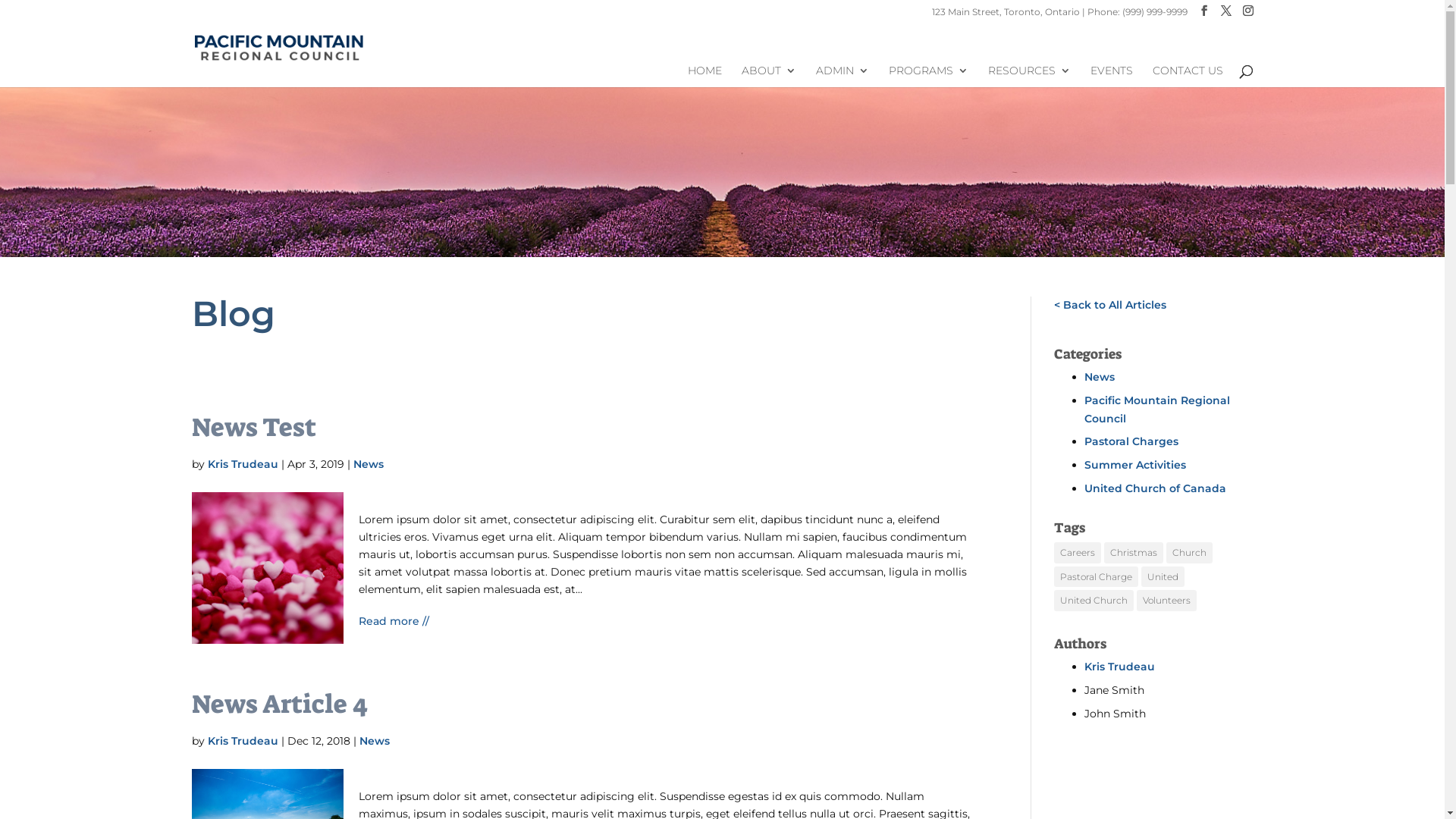 The height and width of the screenshot is (819, 1456). Describe the element at coordinates (393, 620) in the screenshot. I see `'Read more //'` at that location.